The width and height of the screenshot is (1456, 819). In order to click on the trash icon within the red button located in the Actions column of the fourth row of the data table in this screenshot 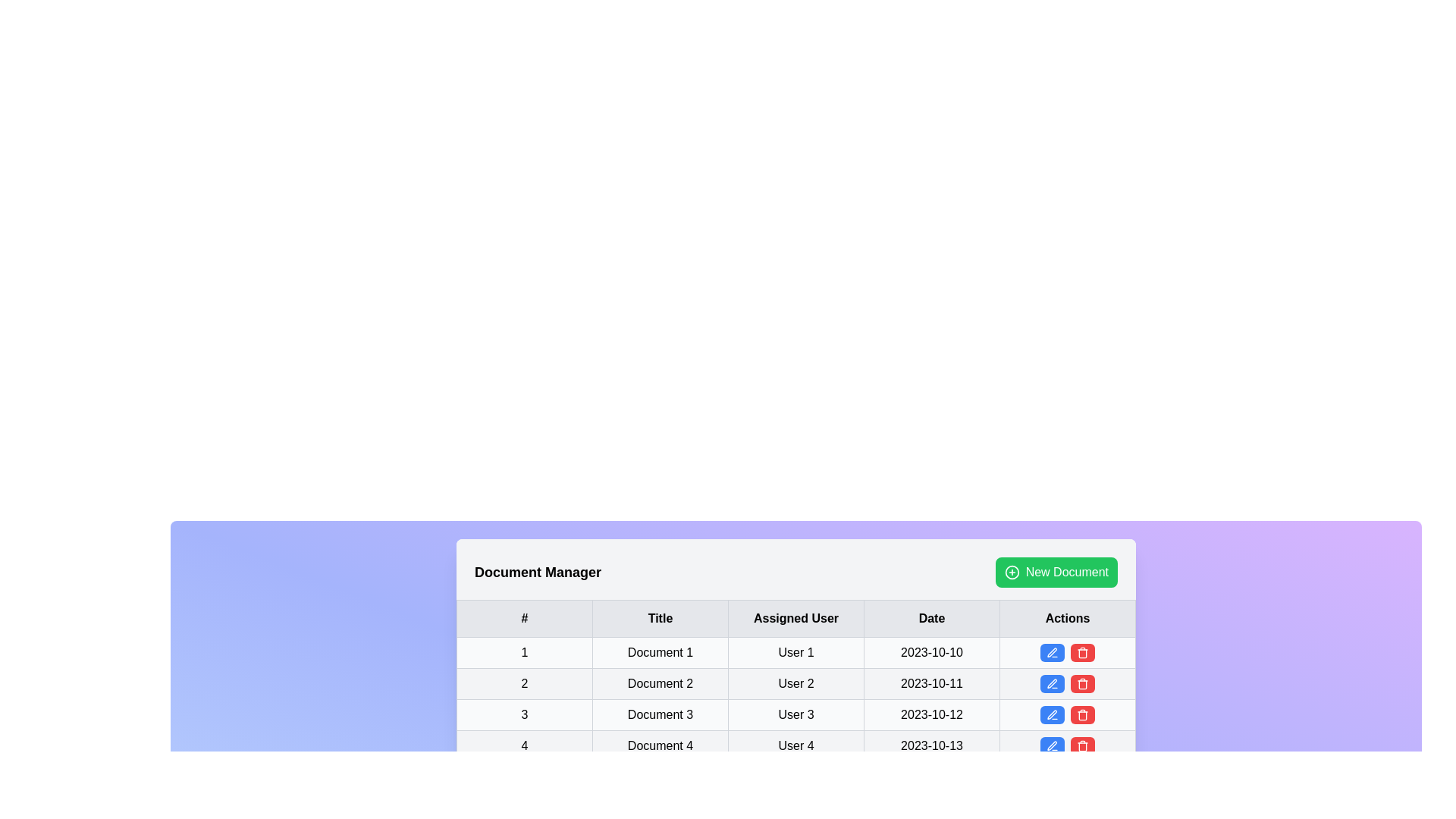, I will do `click(1082, 651)`.